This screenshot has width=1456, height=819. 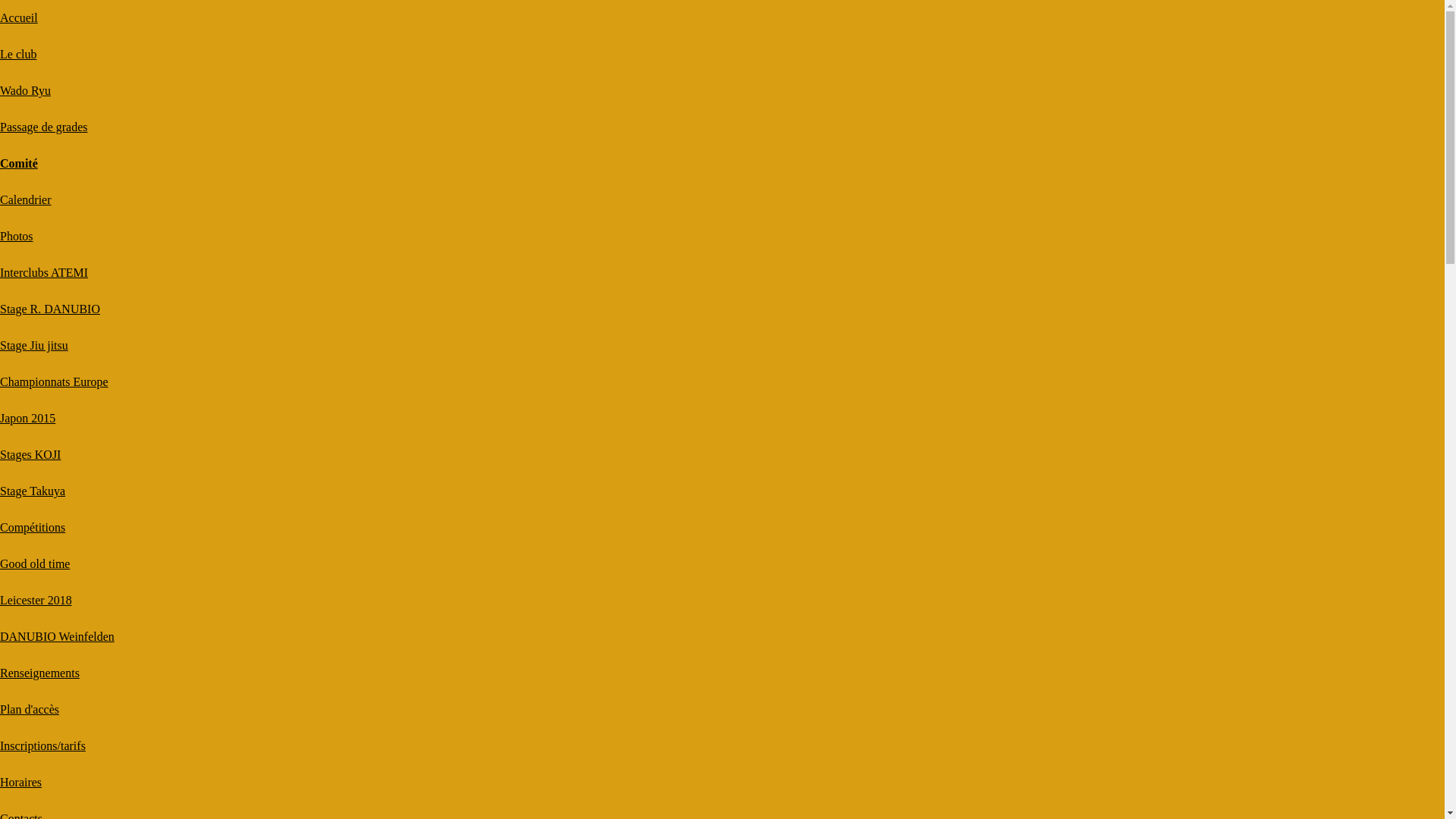 What do you see at coordinates (30, 453) in the screenshot?
I see `'Stages KOJI'` at bounding box center [30, 453].